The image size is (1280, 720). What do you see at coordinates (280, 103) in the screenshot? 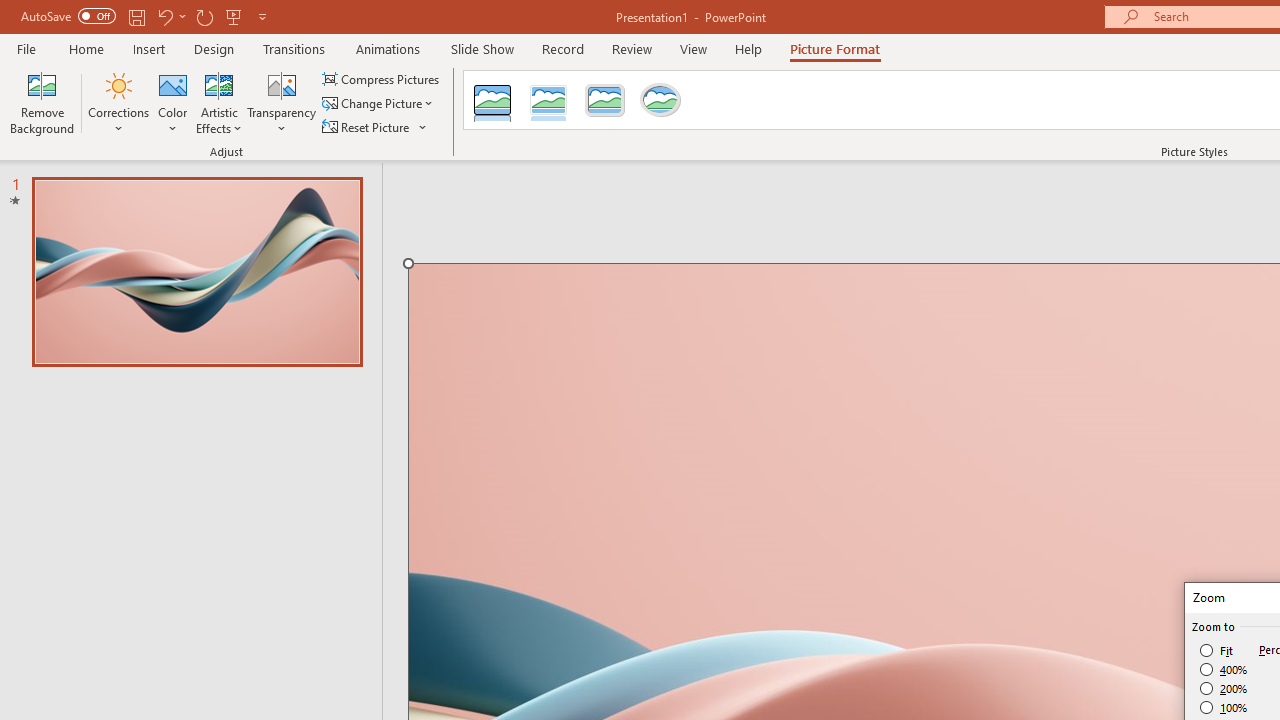
I see `'Transparency'` at bounding box center [280, 103].